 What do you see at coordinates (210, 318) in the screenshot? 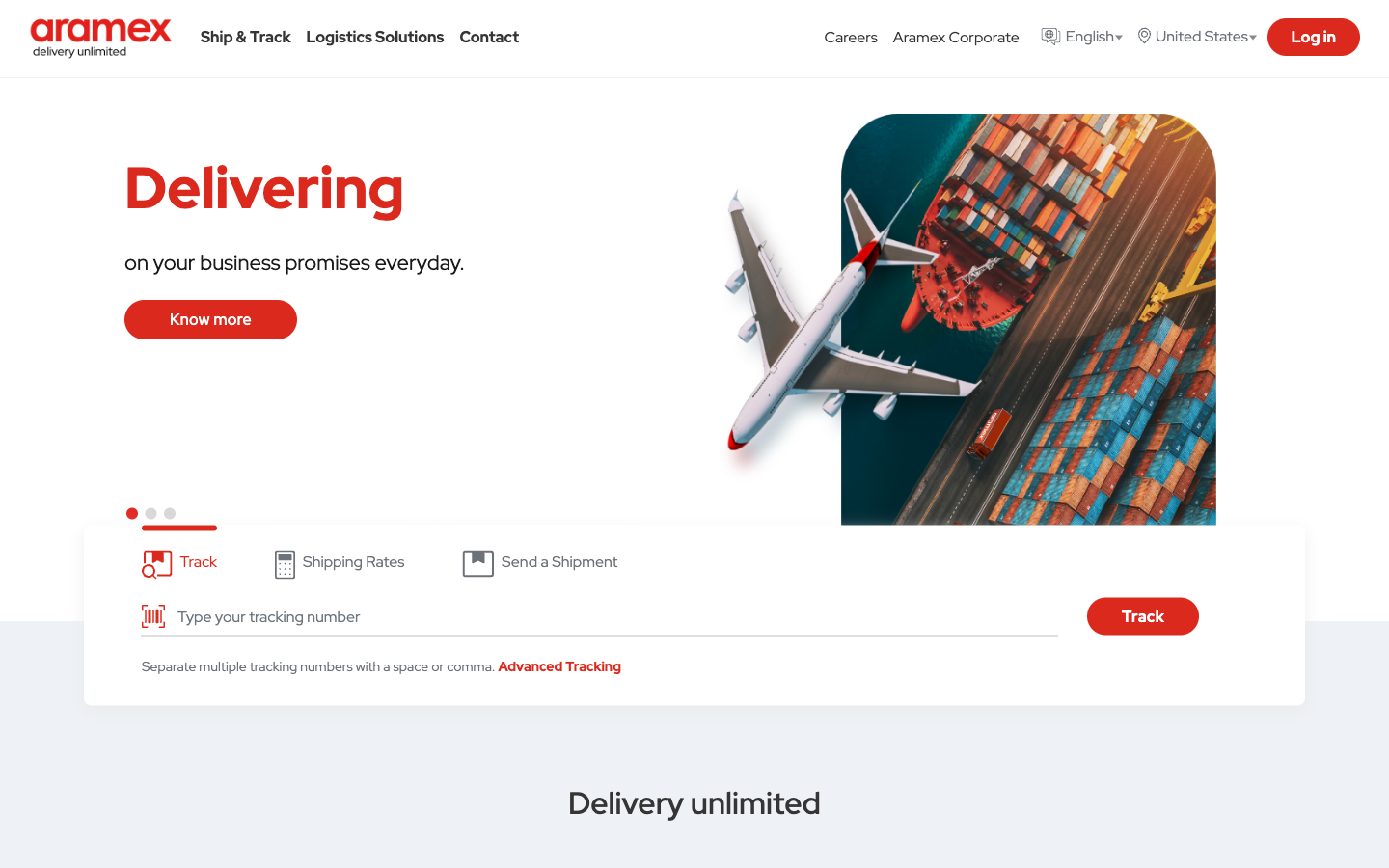
I see `the "know more" button` at bounding box center [210, 318].